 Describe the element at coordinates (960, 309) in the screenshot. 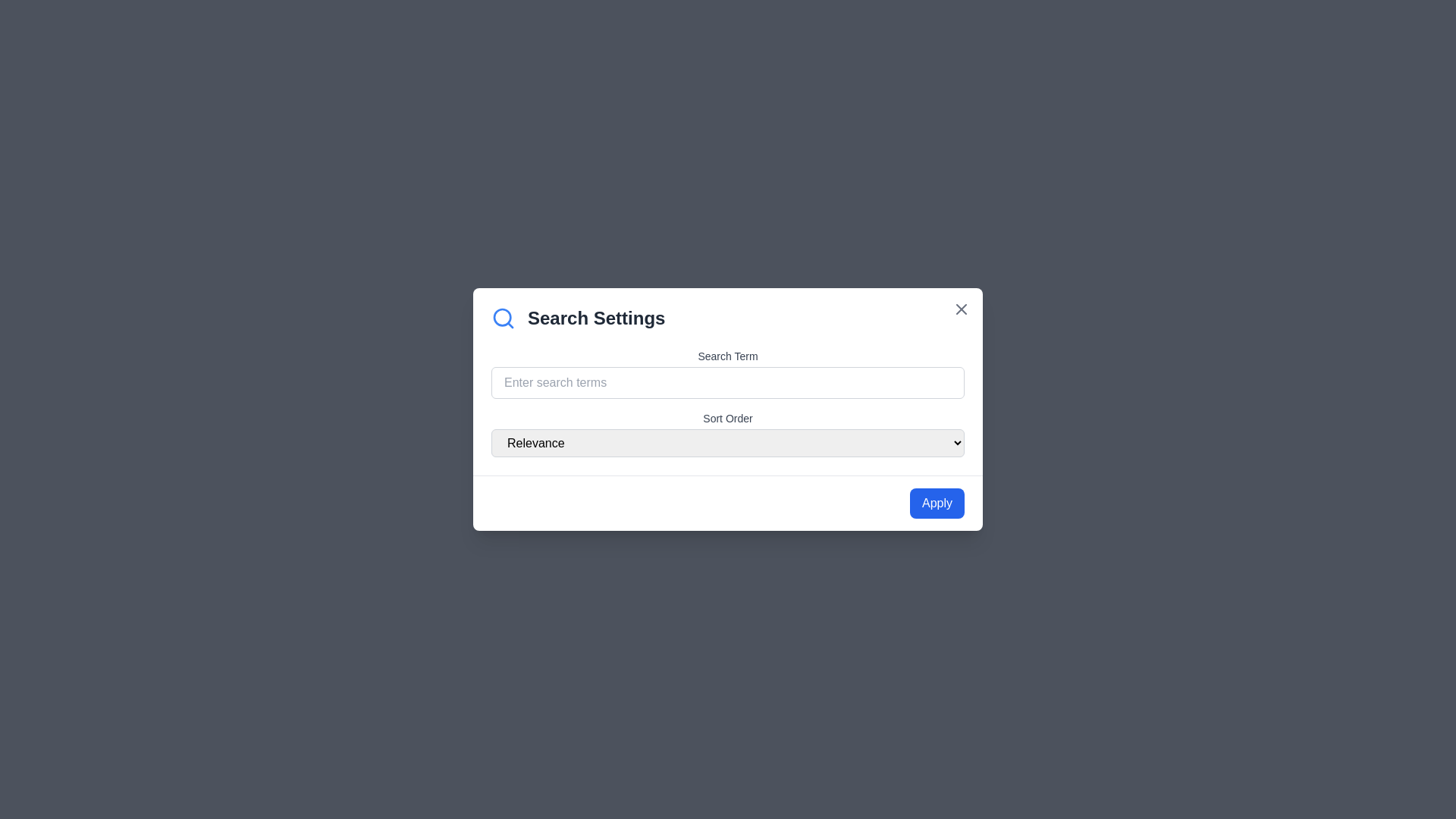

I see `the close icon located at the top-right corner of the modal dialog box` at that location.